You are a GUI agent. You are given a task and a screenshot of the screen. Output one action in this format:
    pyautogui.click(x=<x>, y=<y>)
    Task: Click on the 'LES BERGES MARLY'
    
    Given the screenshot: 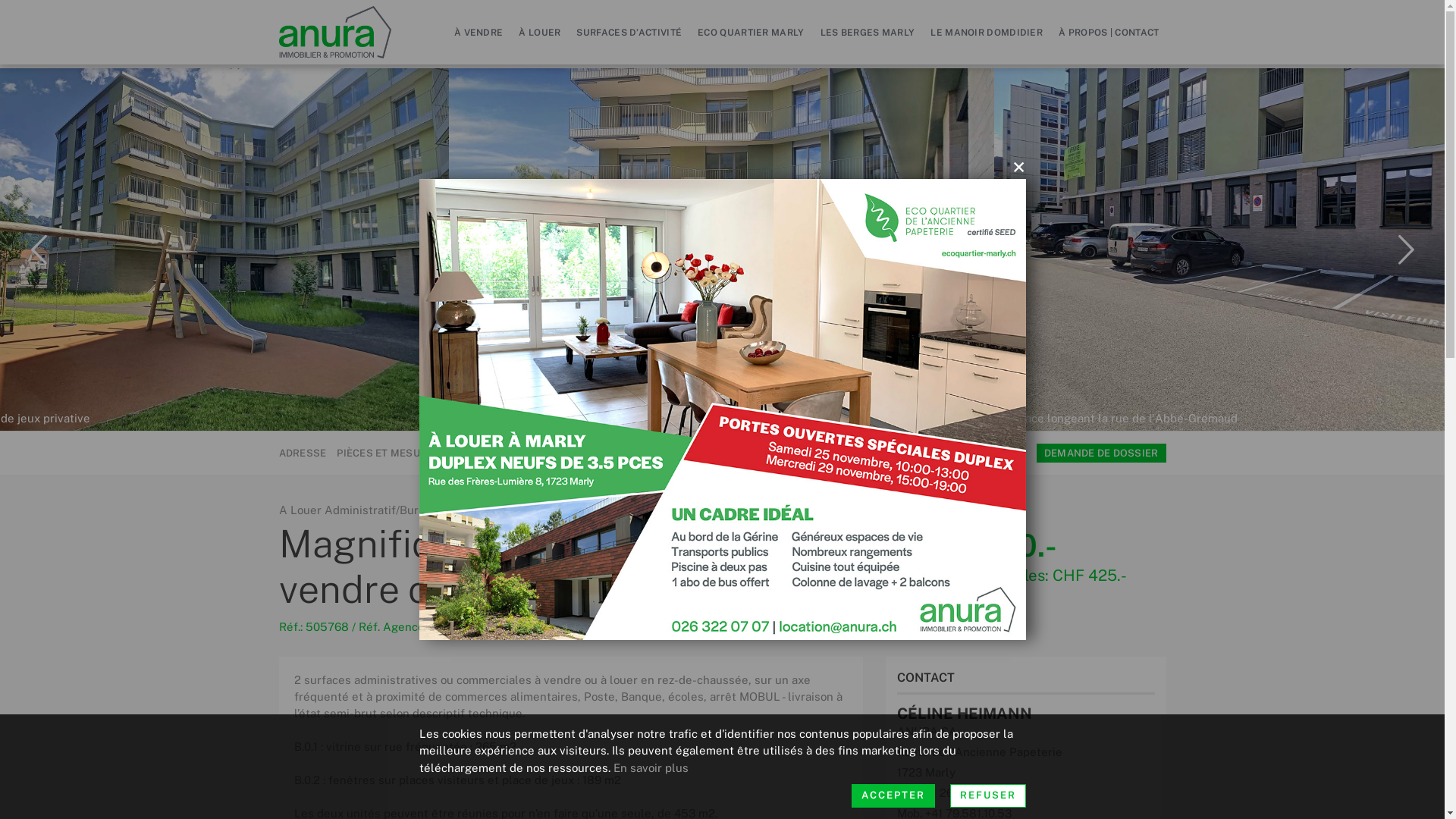 What is the action you would take?
    pyautogui.click(x=868, y=32)
    